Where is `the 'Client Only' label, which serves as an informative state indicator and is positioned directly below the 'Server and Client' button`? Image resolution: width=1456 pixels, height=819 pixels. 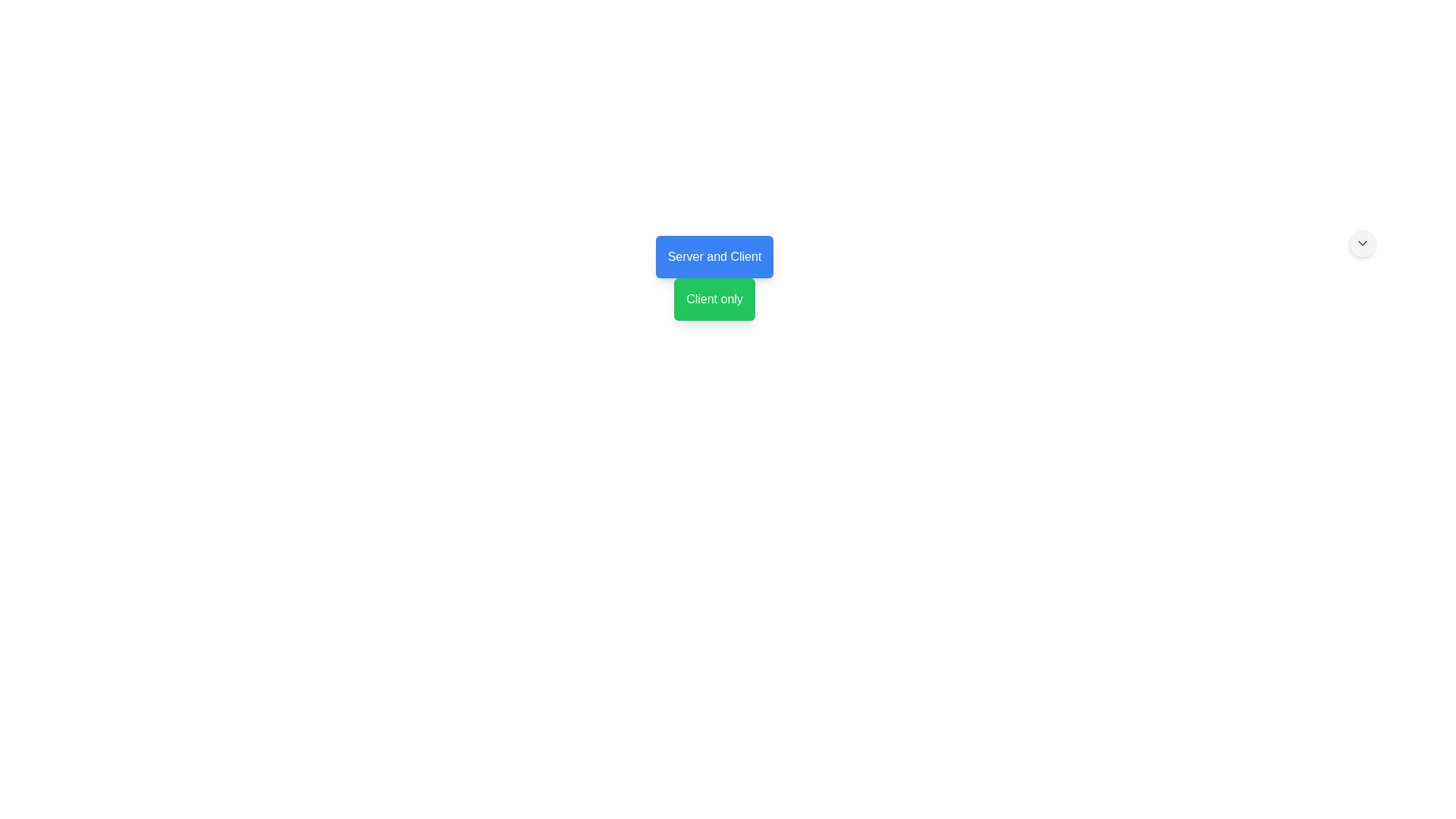 the 'Client Only' label, which serves as an informative state indicator and is positioned directly below the 'Server and Client' button is located at coordinates (714, 299).